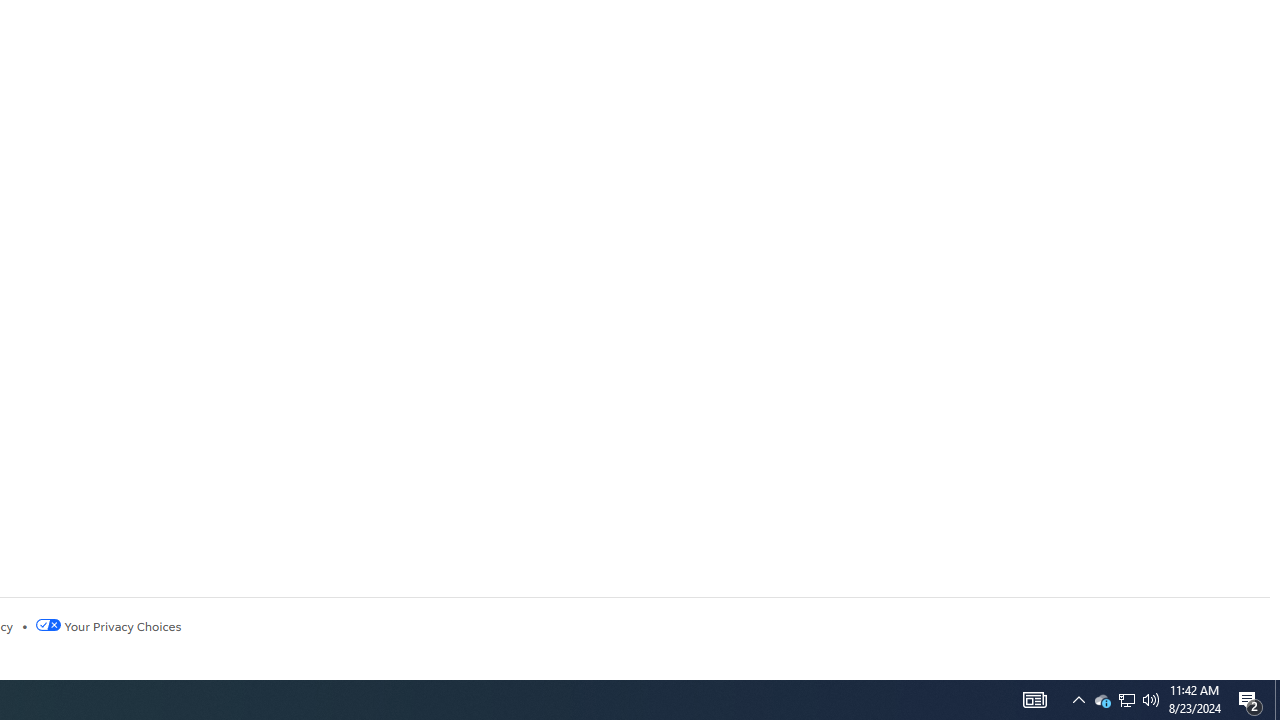 The height and width of the screenshot is (720, 1280). I want to click on ' Your Privacy Choices', so click(107, 625).